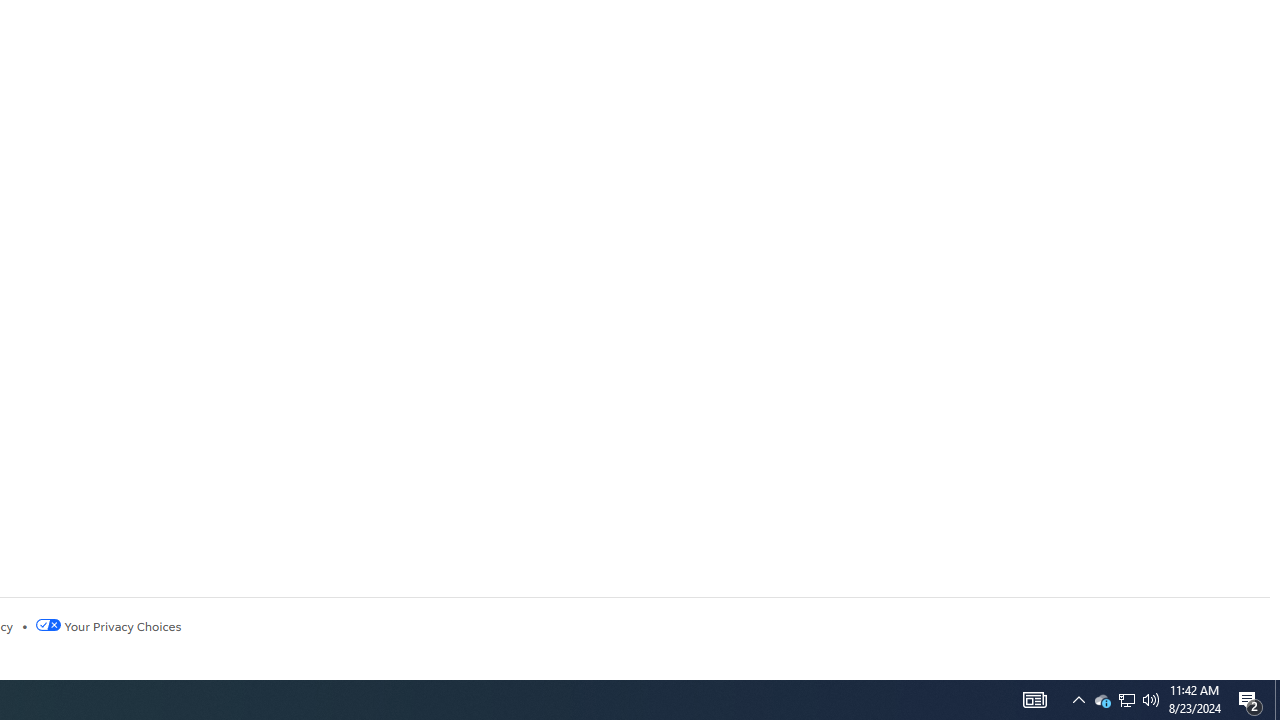 The height and width of the screenshot is (720, 1280). I want to click on ' Your Privacy Choices', so click(107, 625).